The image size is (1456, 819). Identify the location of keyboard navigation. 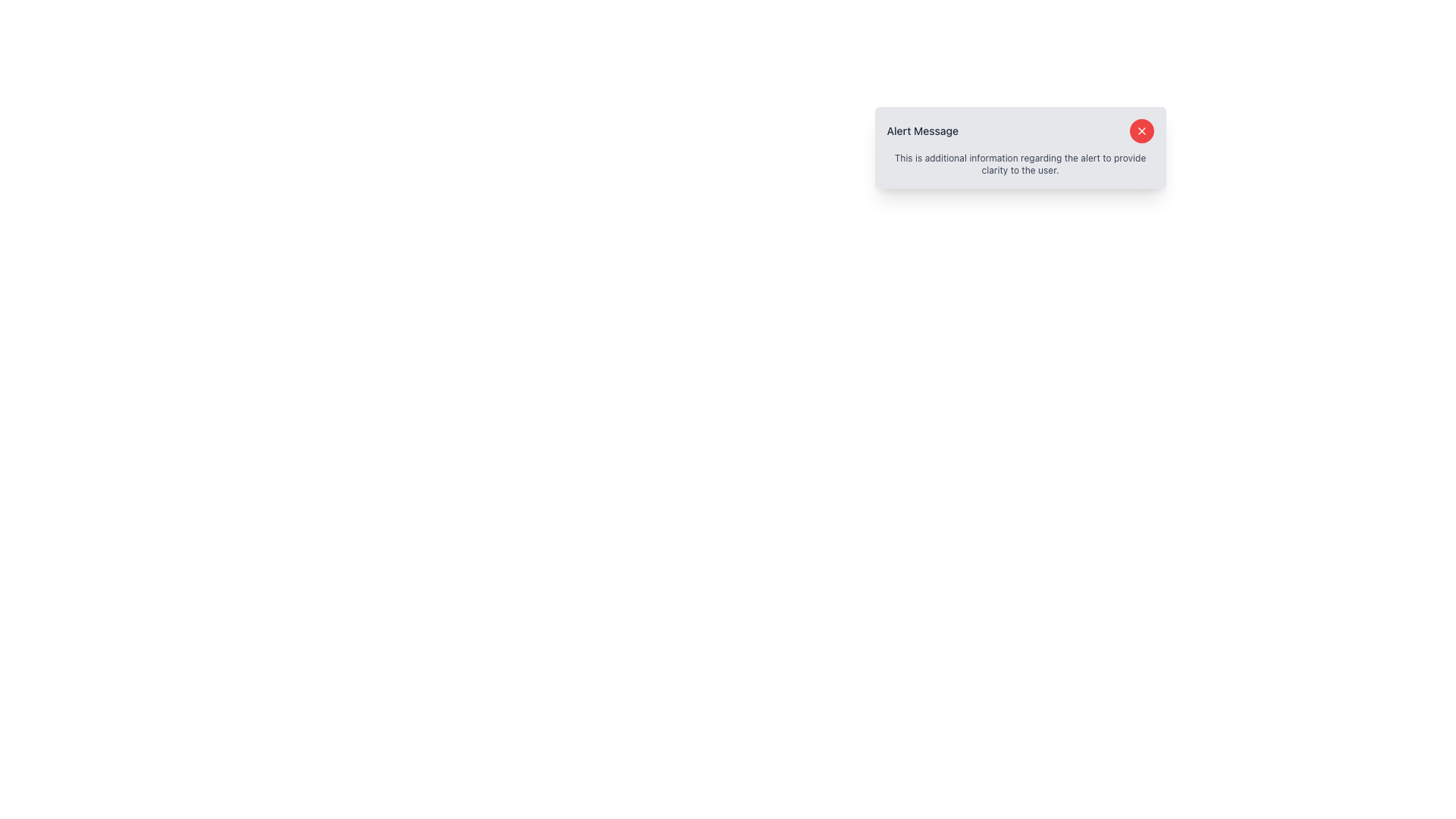
(1141, 130).